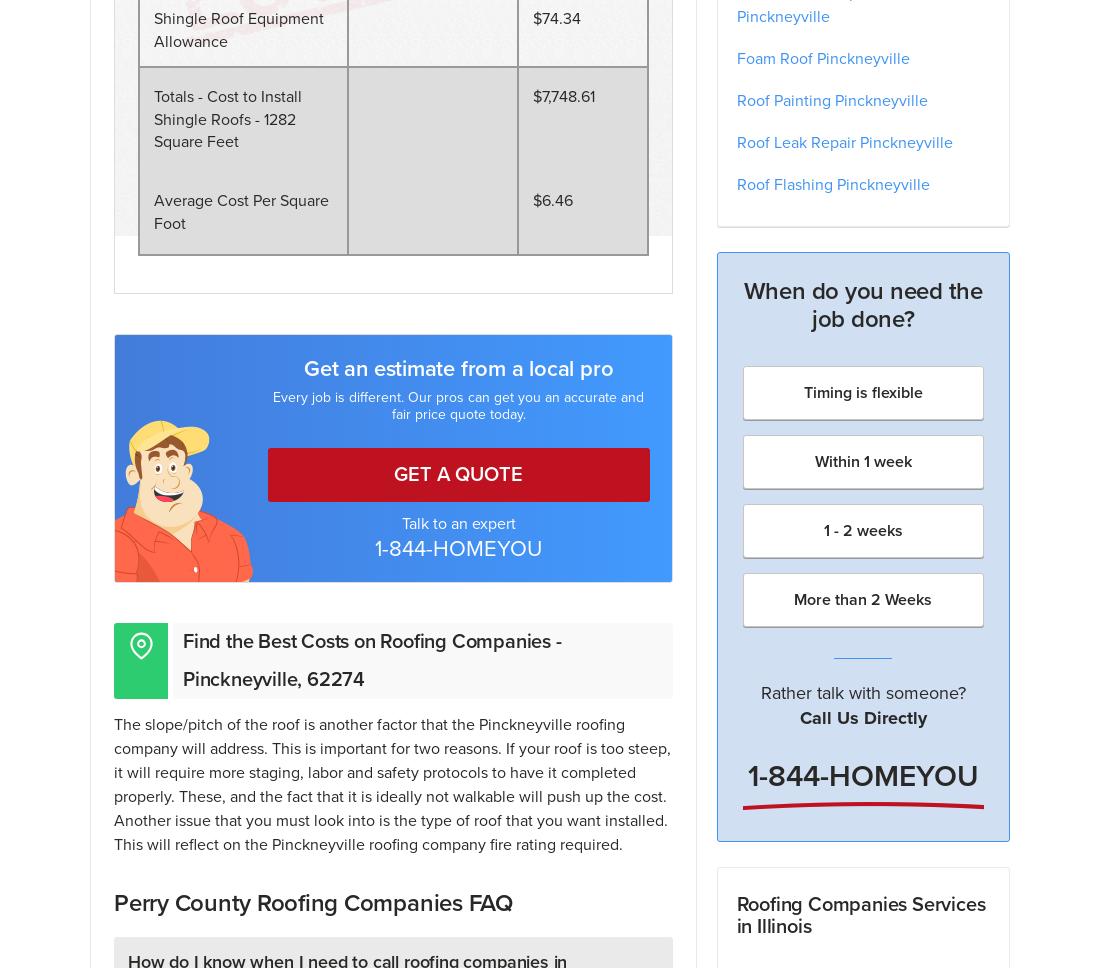  I want to click on 'Totals - Cost to Install Shingle Roofs - 1282 Square Feet', so click(228, 118).